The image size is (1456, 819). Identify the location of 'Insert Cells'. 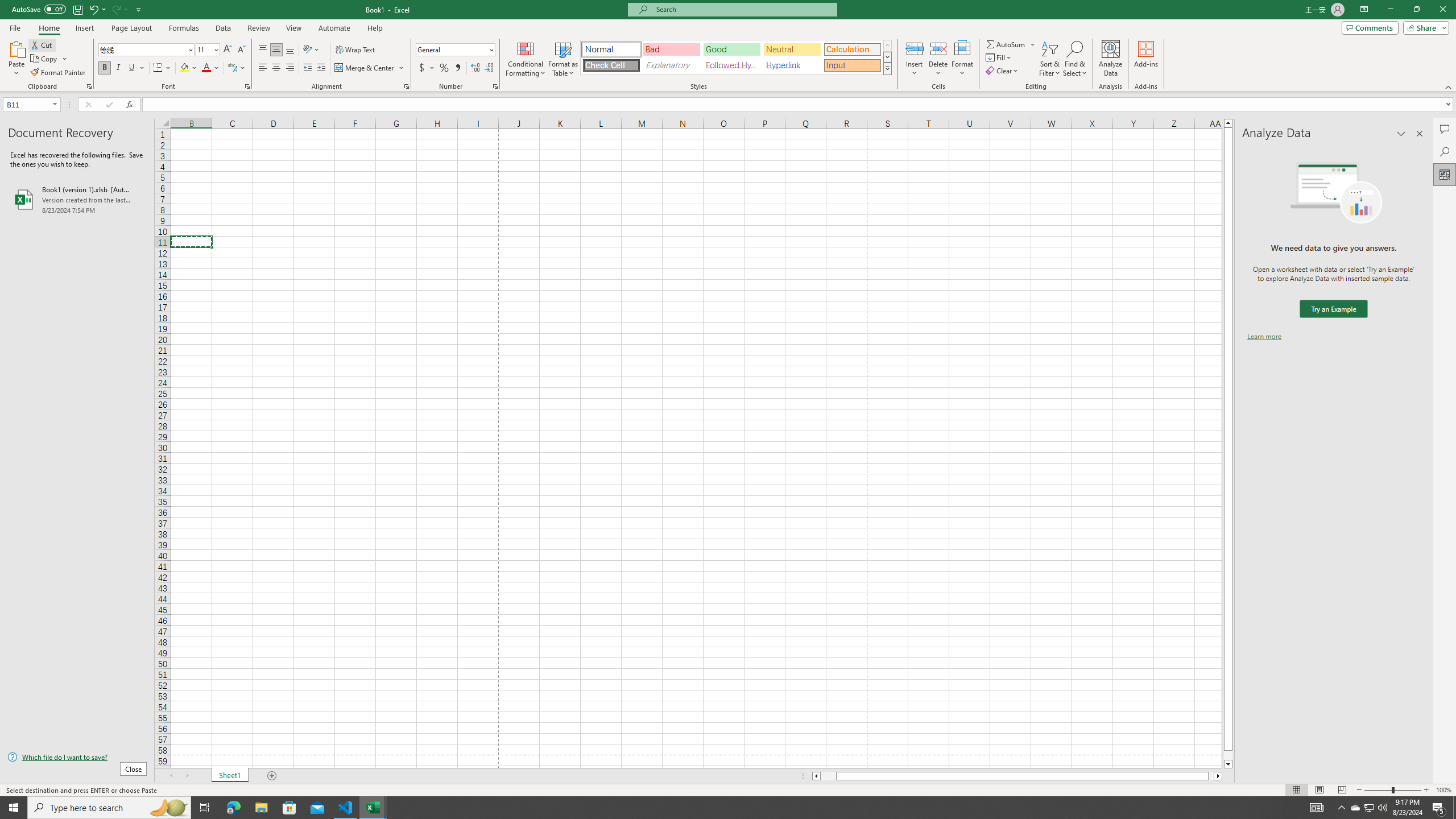
(913, 48).